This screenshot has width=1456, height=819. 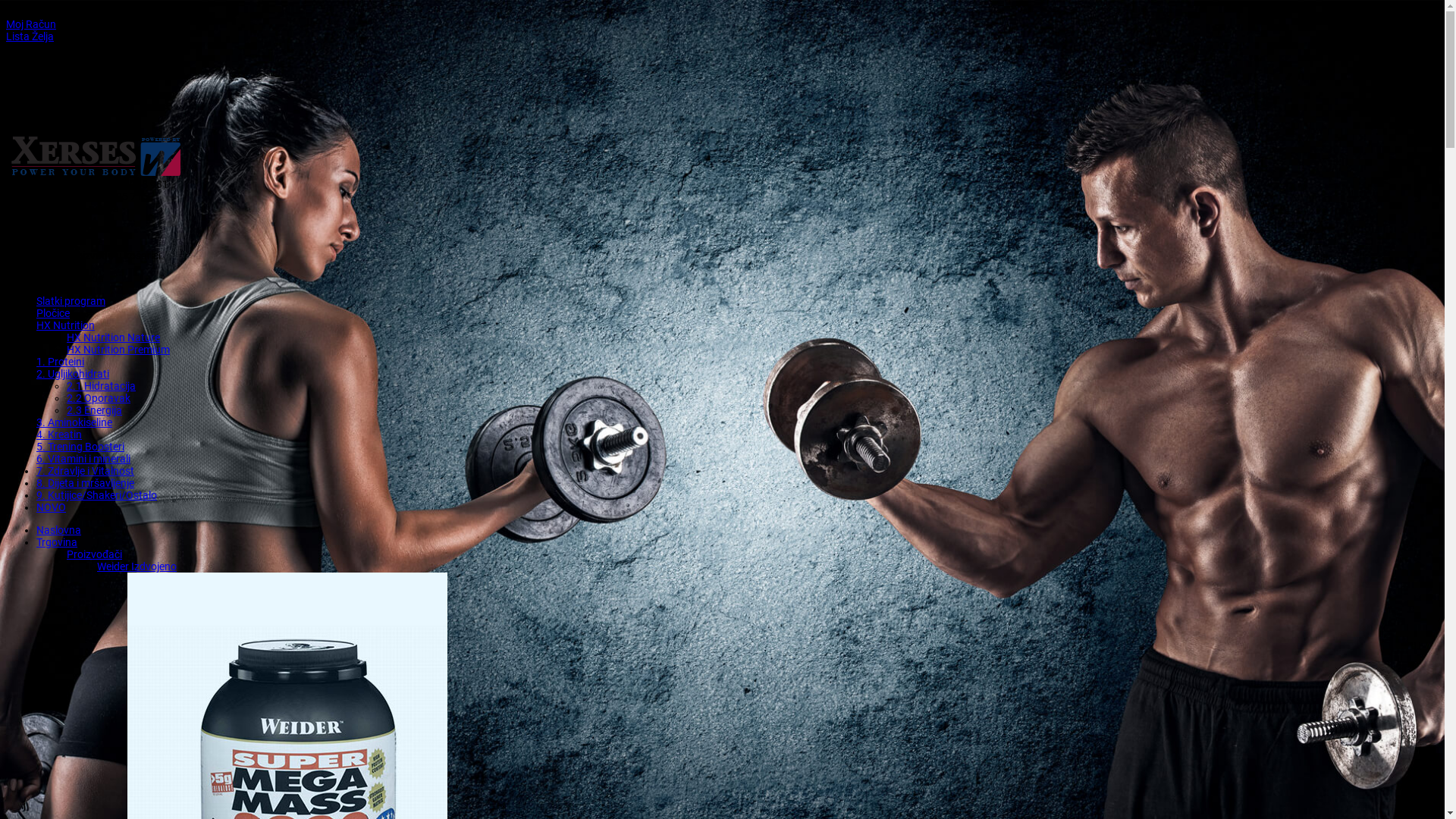 What do you see at coordinates (58, 529) in the screenshot?
I see `'Naslovna'` at bounding box center [58, 529].